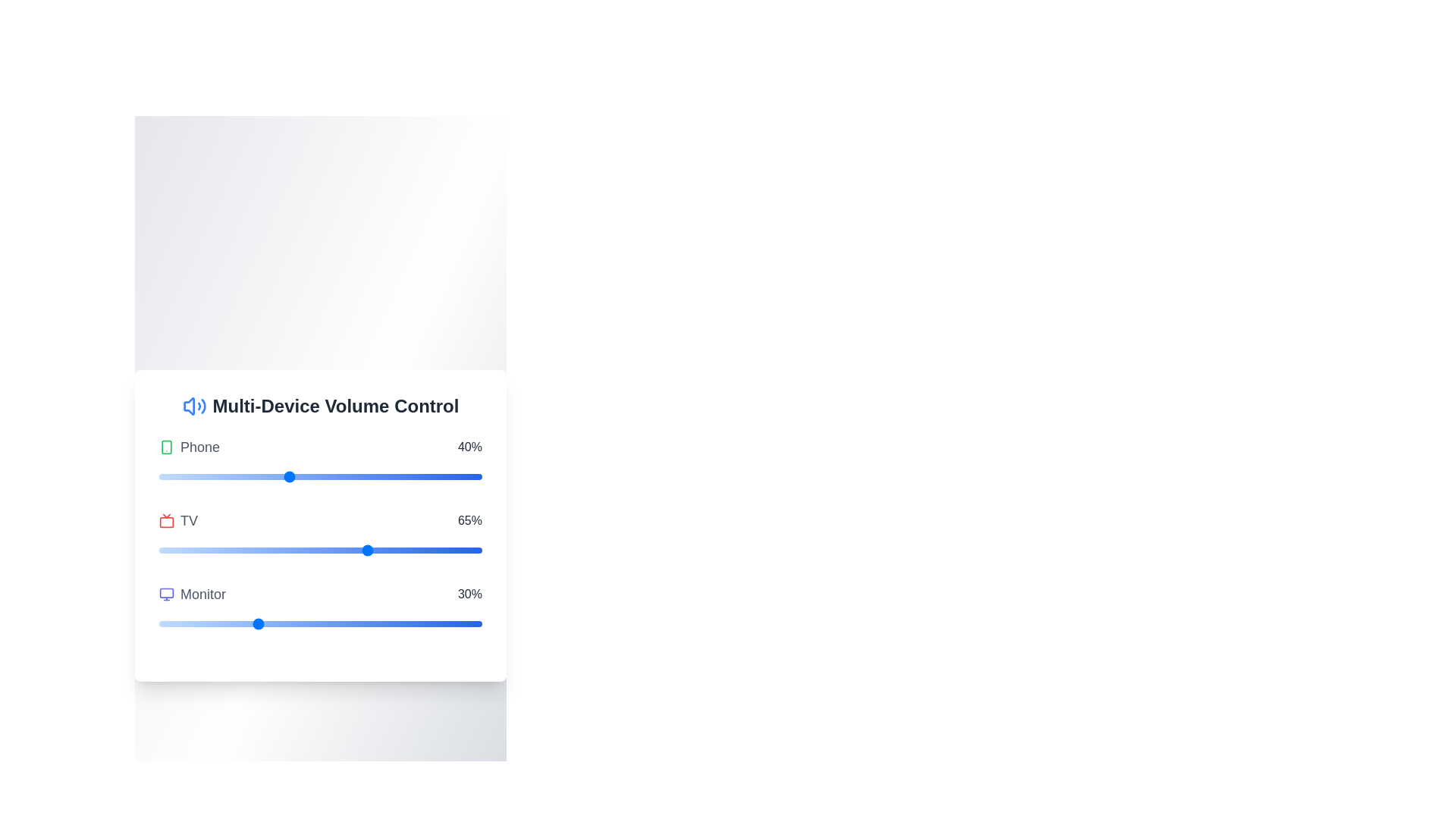 The height and width of the screenshot is (819, 1456). What do you see at coordinates (162, 475) in the screenshot?
I see `the volume slider` at bounding box center [162, 475].